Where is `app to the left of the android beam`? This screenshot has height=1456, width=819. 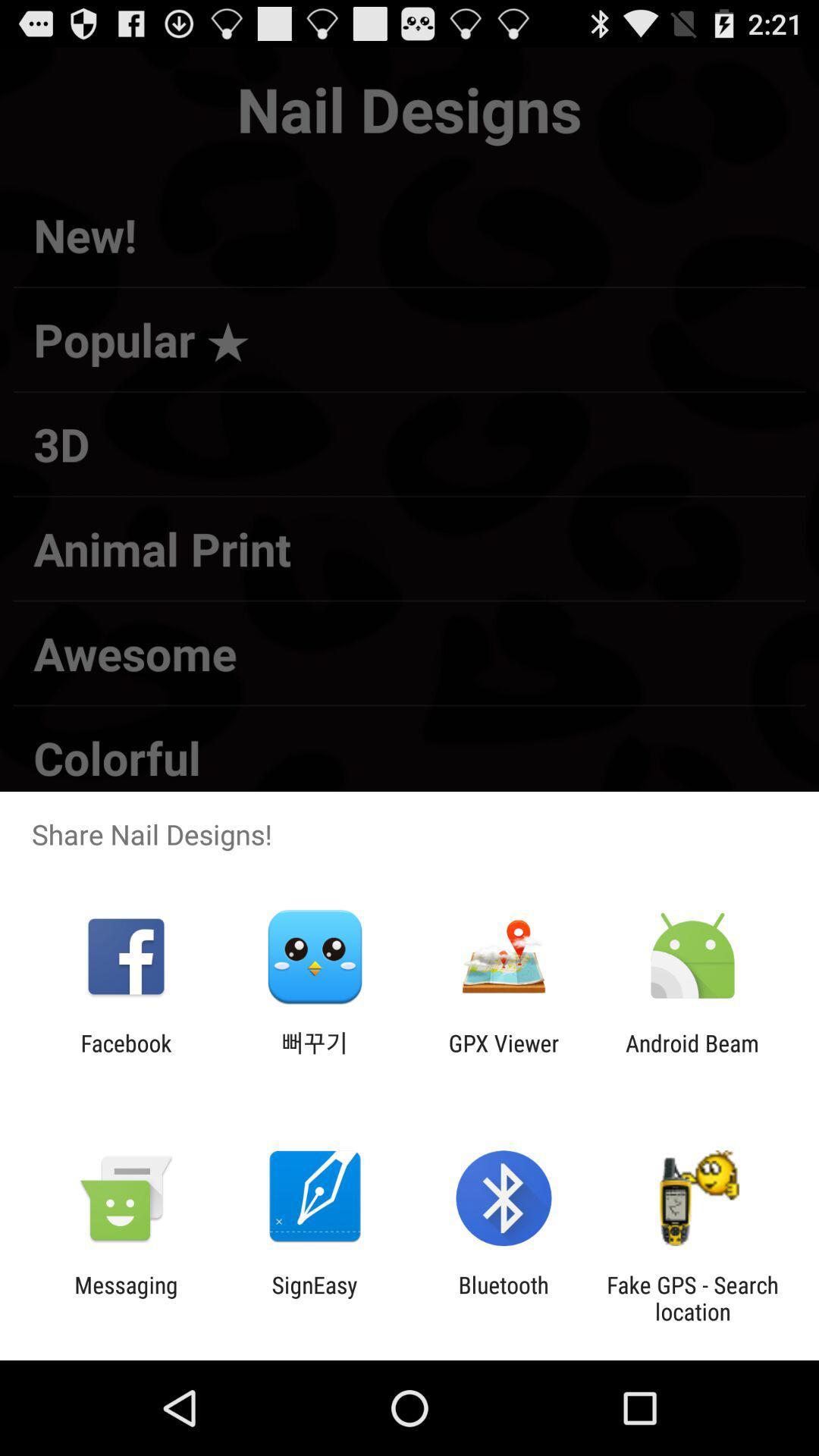
app to the left of the android beam is located at coordinates (504, 1056).